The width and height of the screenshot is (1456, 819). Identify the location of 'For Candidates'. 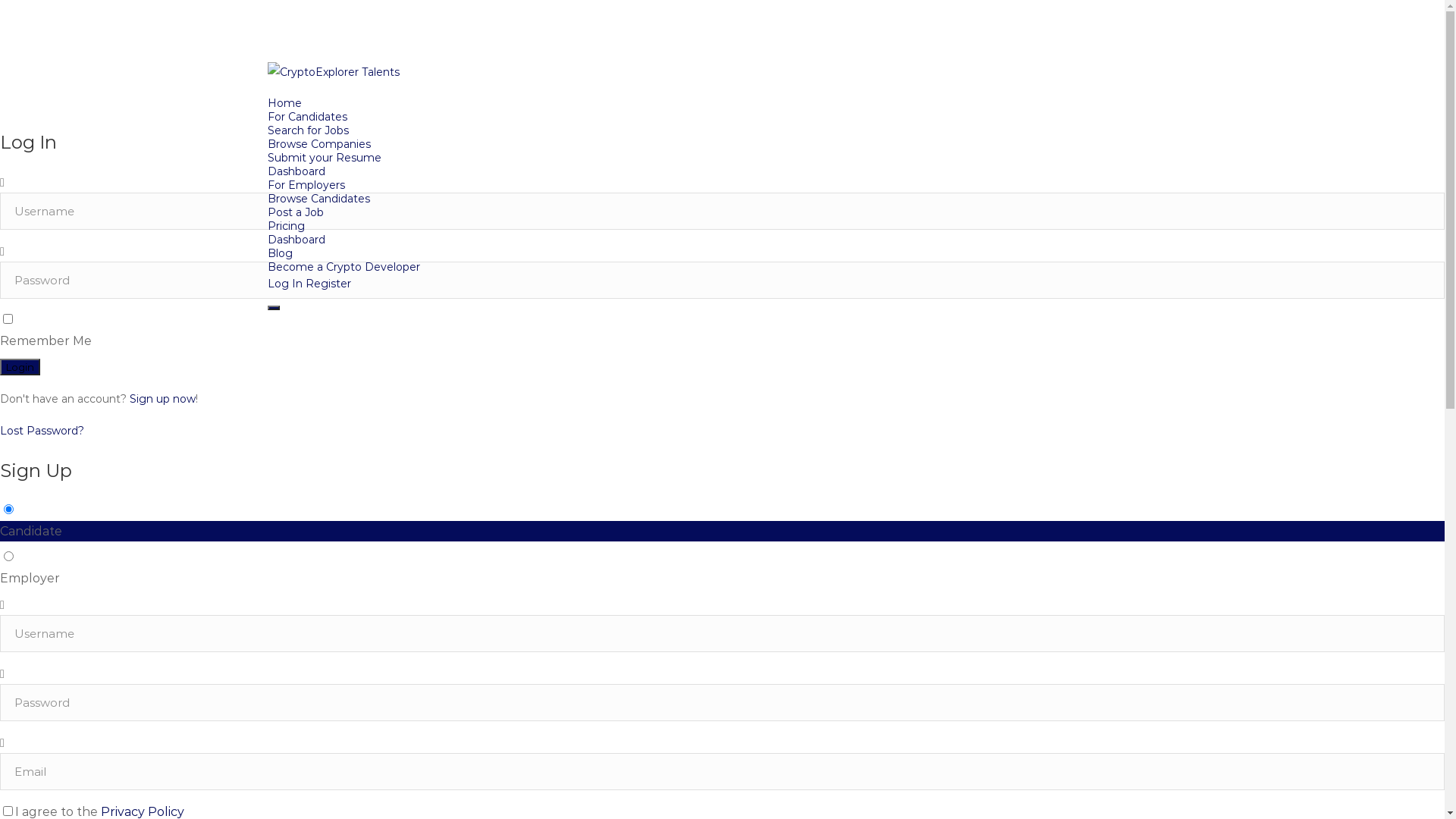
(306, 116).